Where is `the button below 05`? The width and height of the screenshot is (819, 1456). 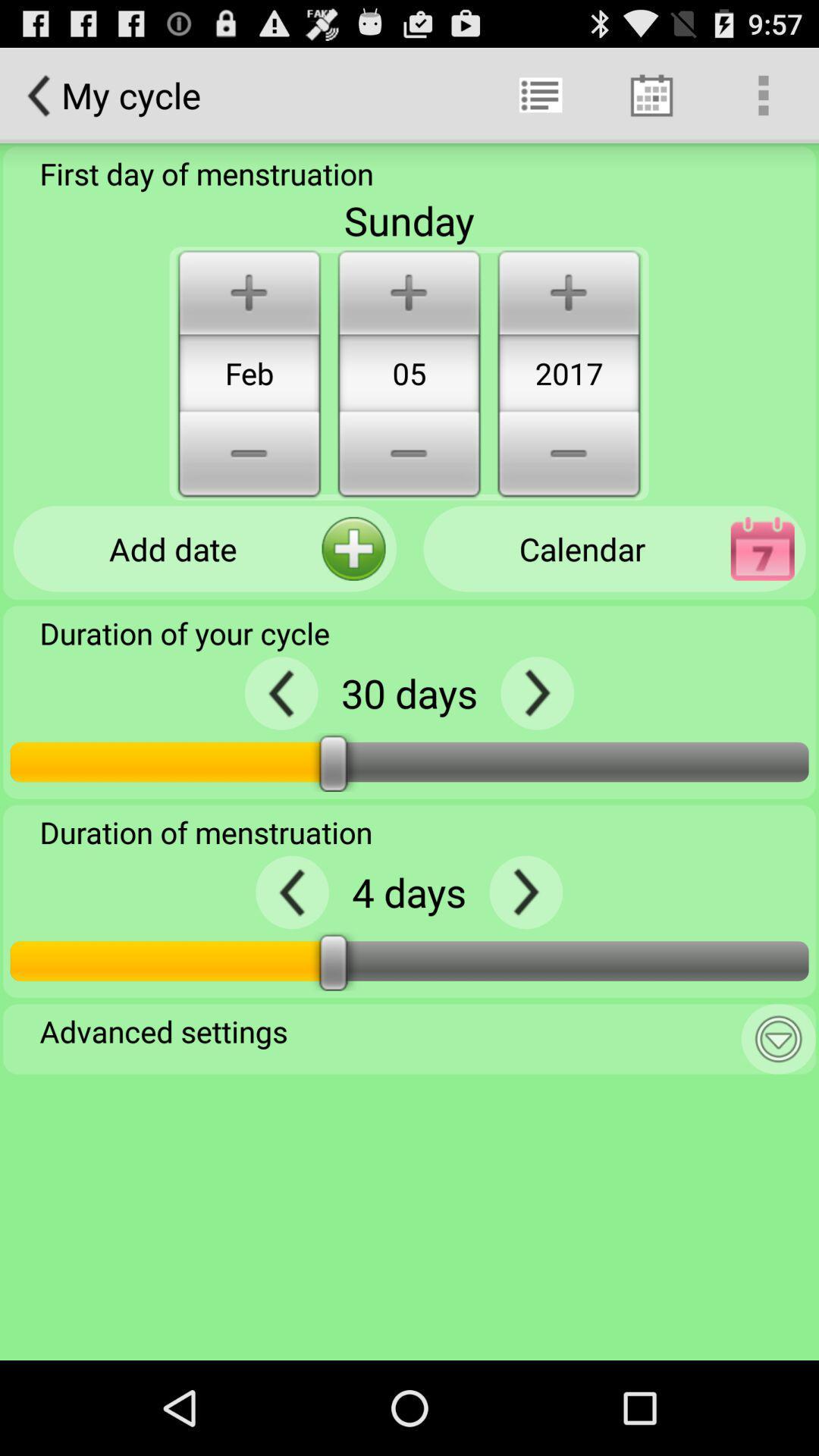
the button below 05 is located at coordinates (408, 456).